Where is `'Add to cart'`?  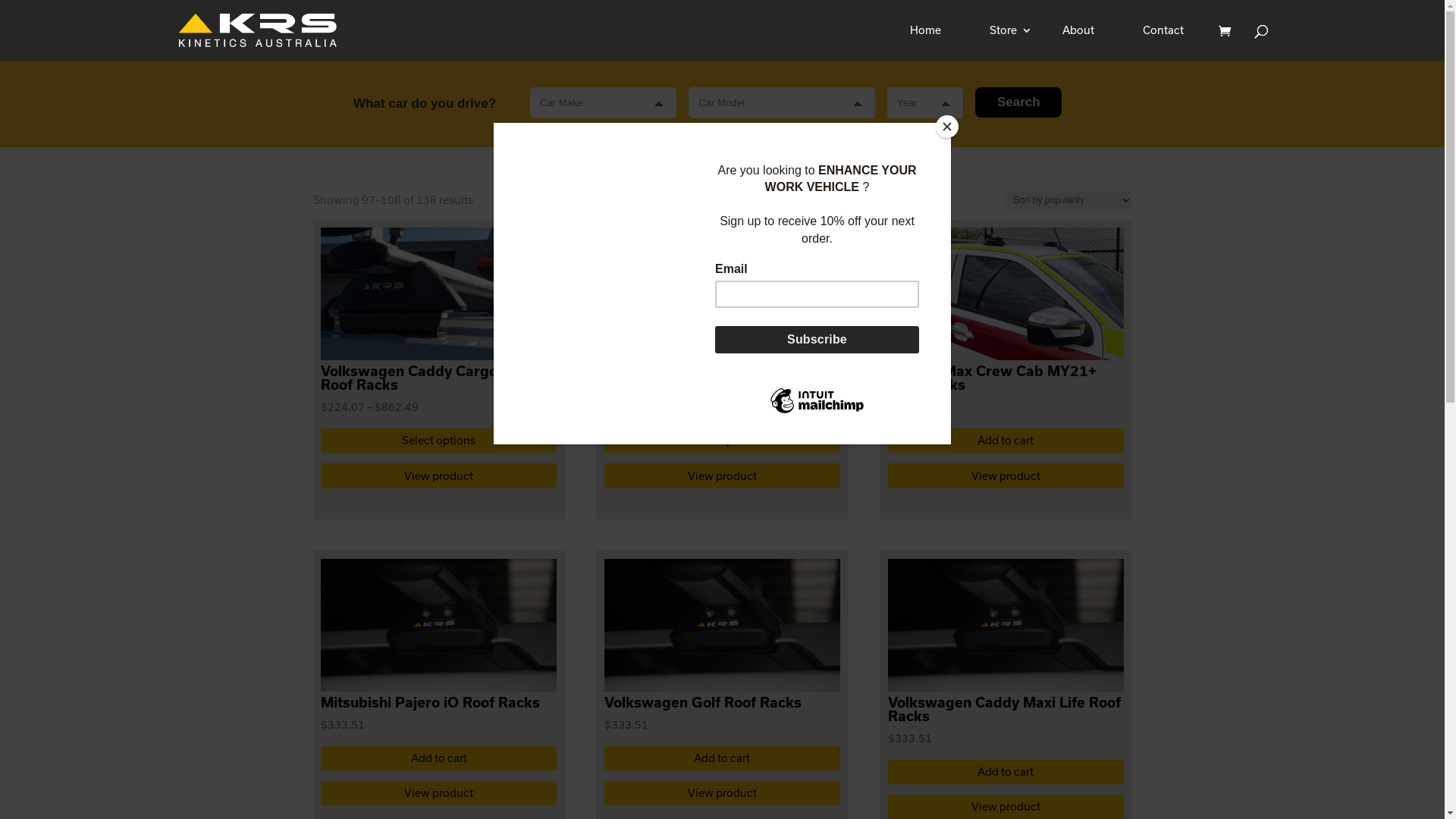
'Add to cart' is located at coordinates (1006, 441).